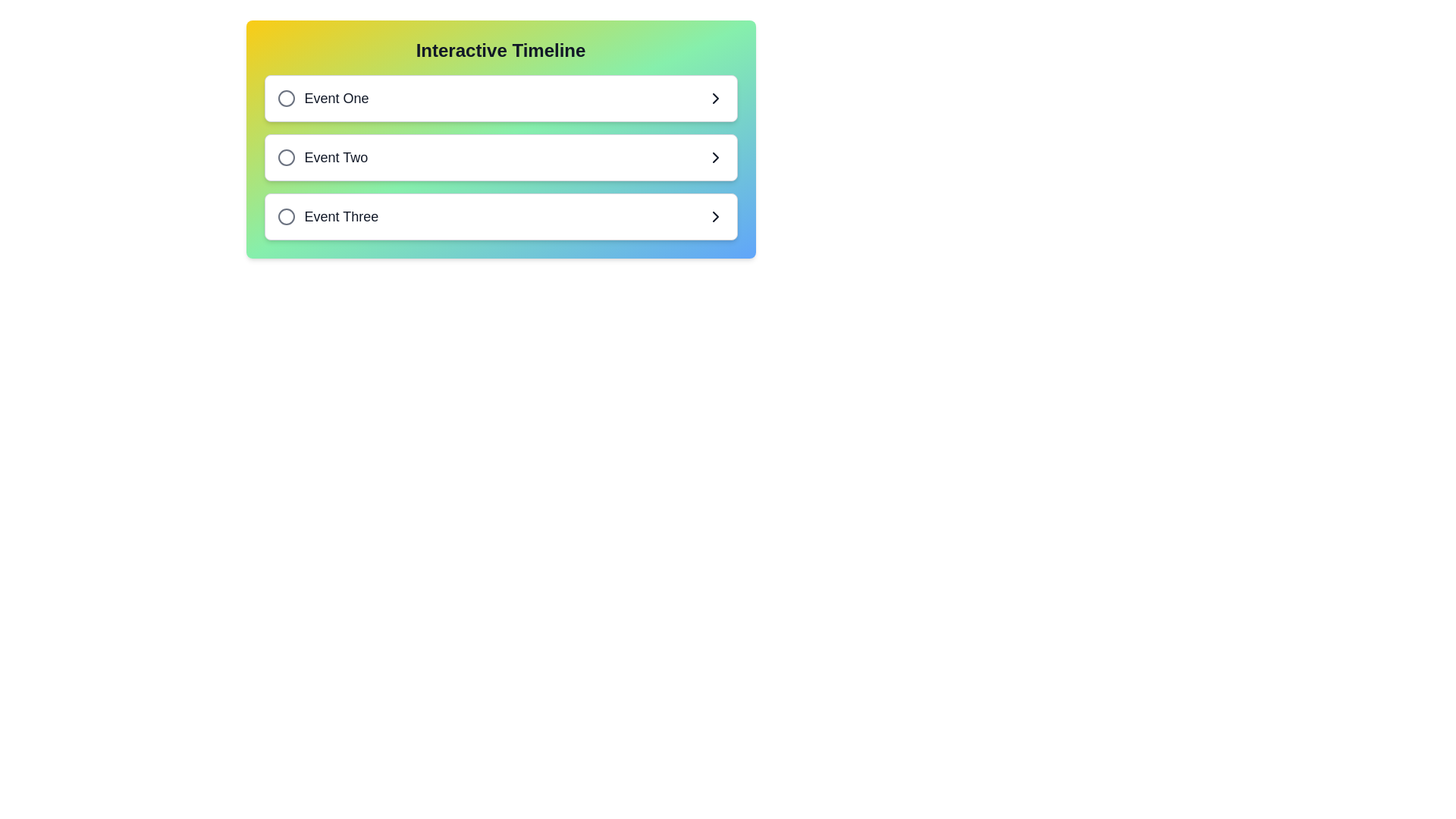 Image resolution: width=1456 pixels, height=819 pixels. What do you see at coordinates (500, 158) in the screenshot?
I see `the second card in the vertical list of three cards within the 'Interactive Timeline' section` at bounding box center [500, 158].